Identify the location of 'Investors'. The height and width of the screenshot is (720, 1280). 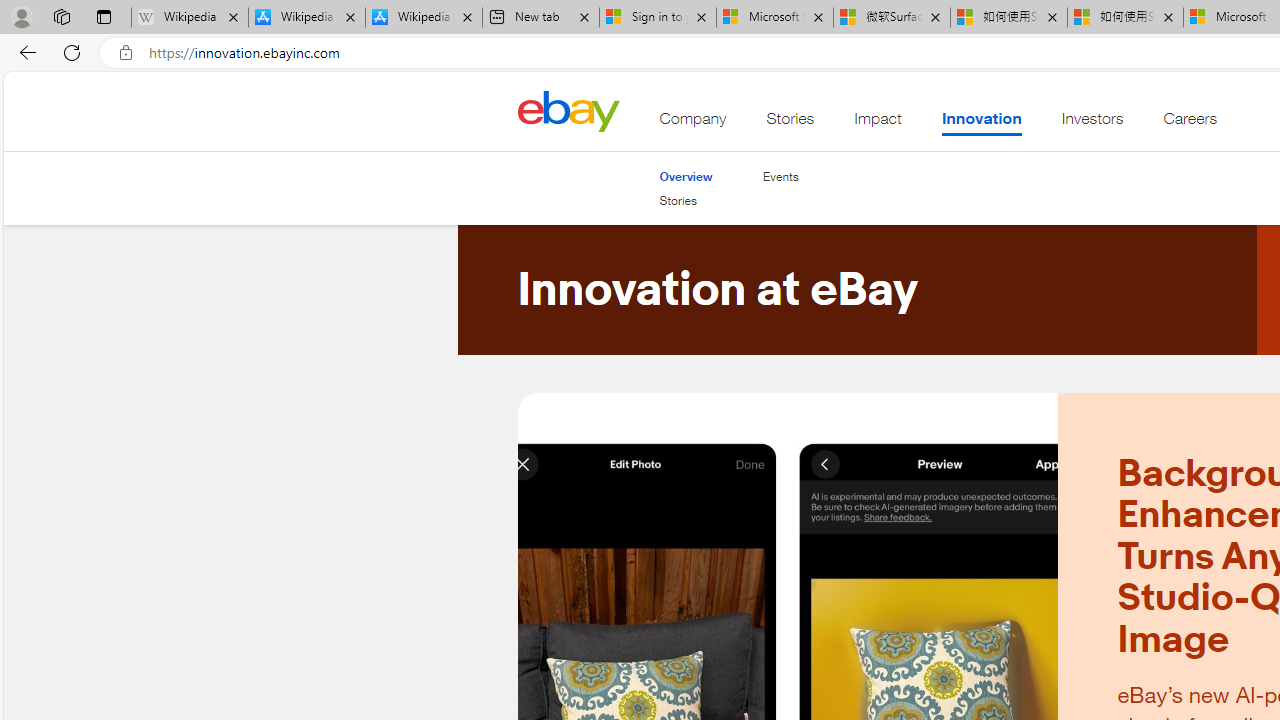
(1091, 123).